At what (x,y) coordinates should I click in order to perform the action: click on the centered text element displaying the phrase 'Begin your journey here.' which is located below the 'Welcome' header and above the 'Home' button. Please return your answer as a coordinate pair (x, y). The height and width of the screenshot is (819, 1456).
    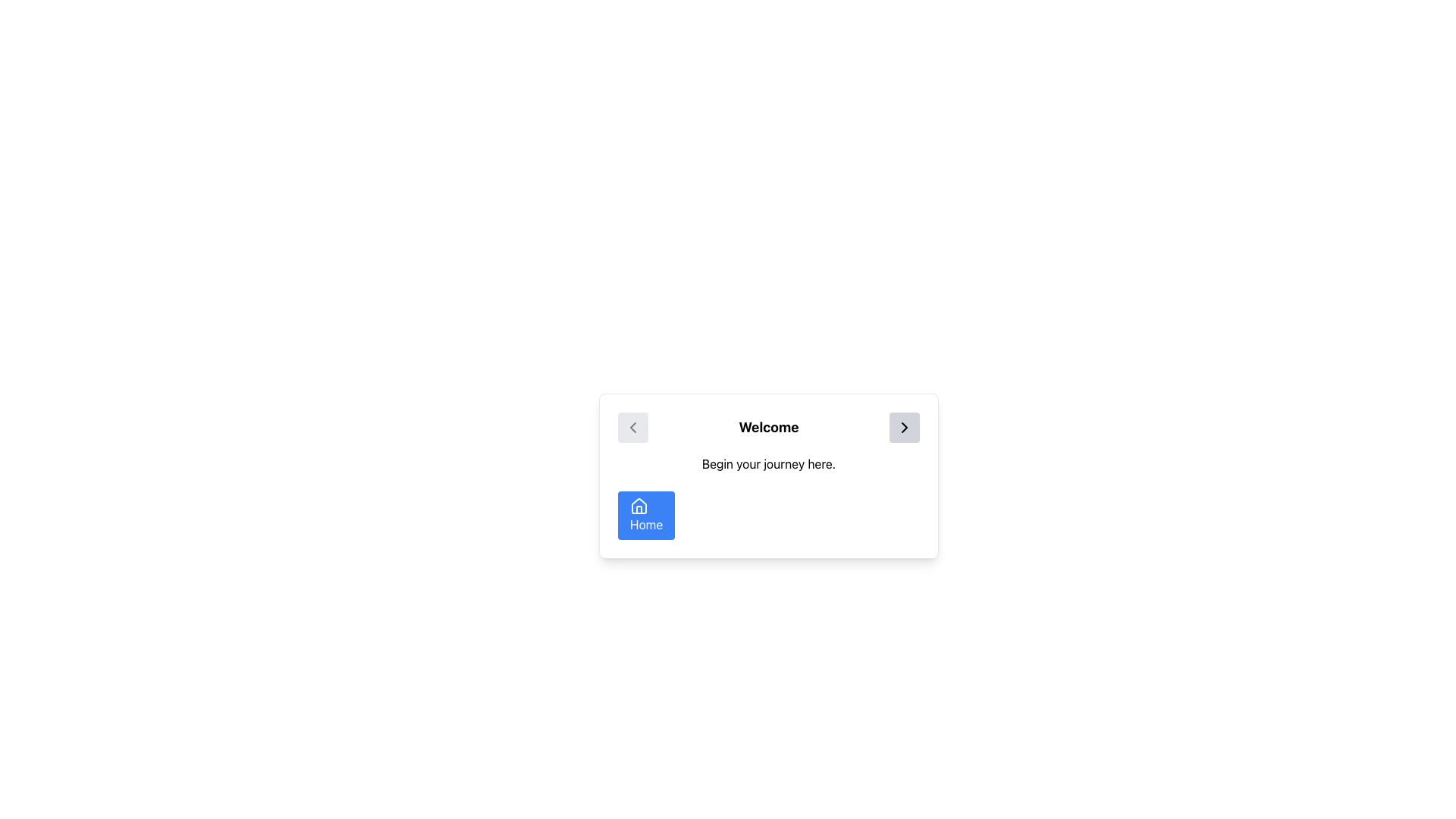
    Looking at the image, I should click on (768, 463).